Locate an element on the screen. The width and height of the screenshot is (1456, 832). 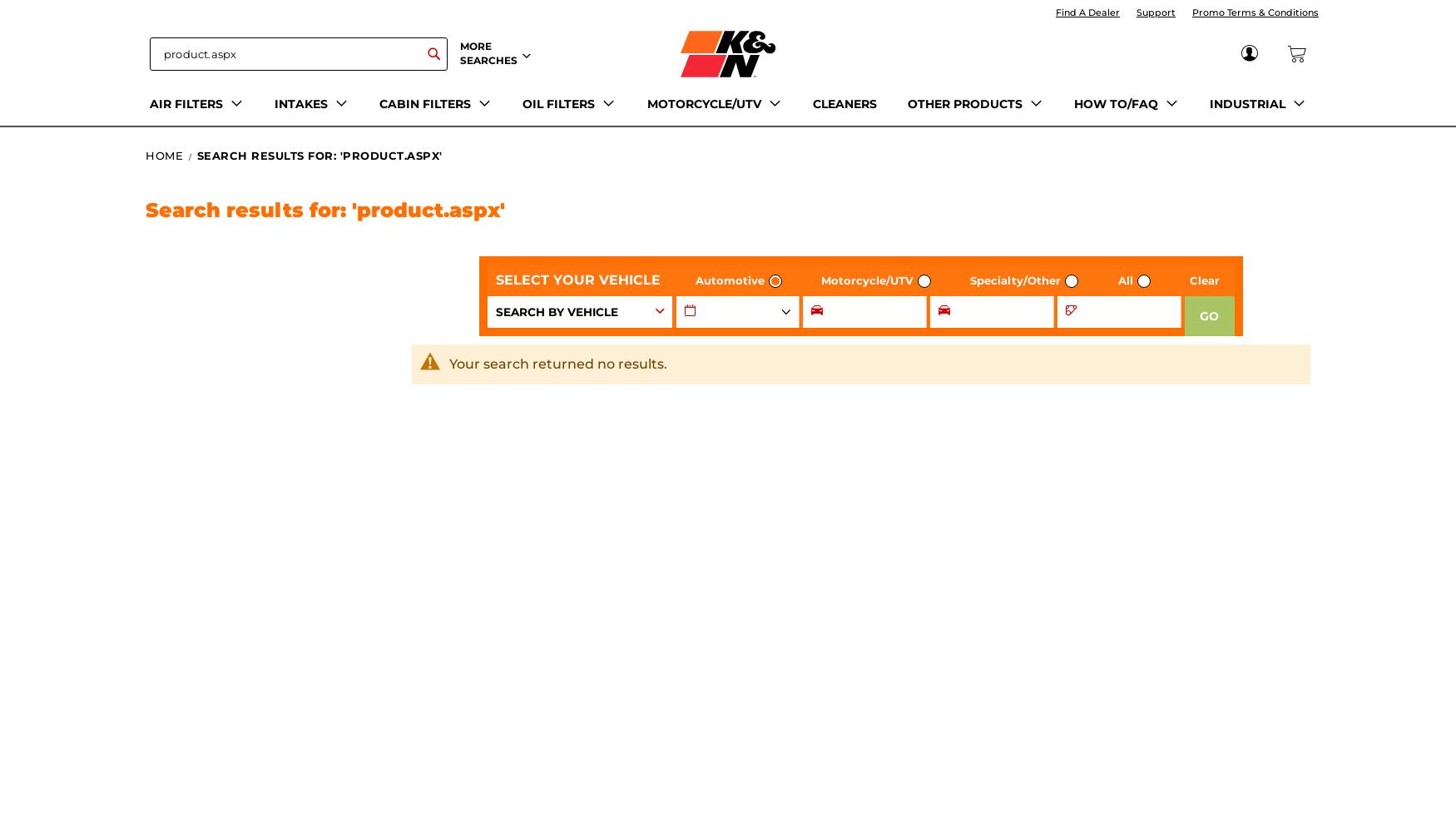
'More Searches' is located at coordinates (488, 52).